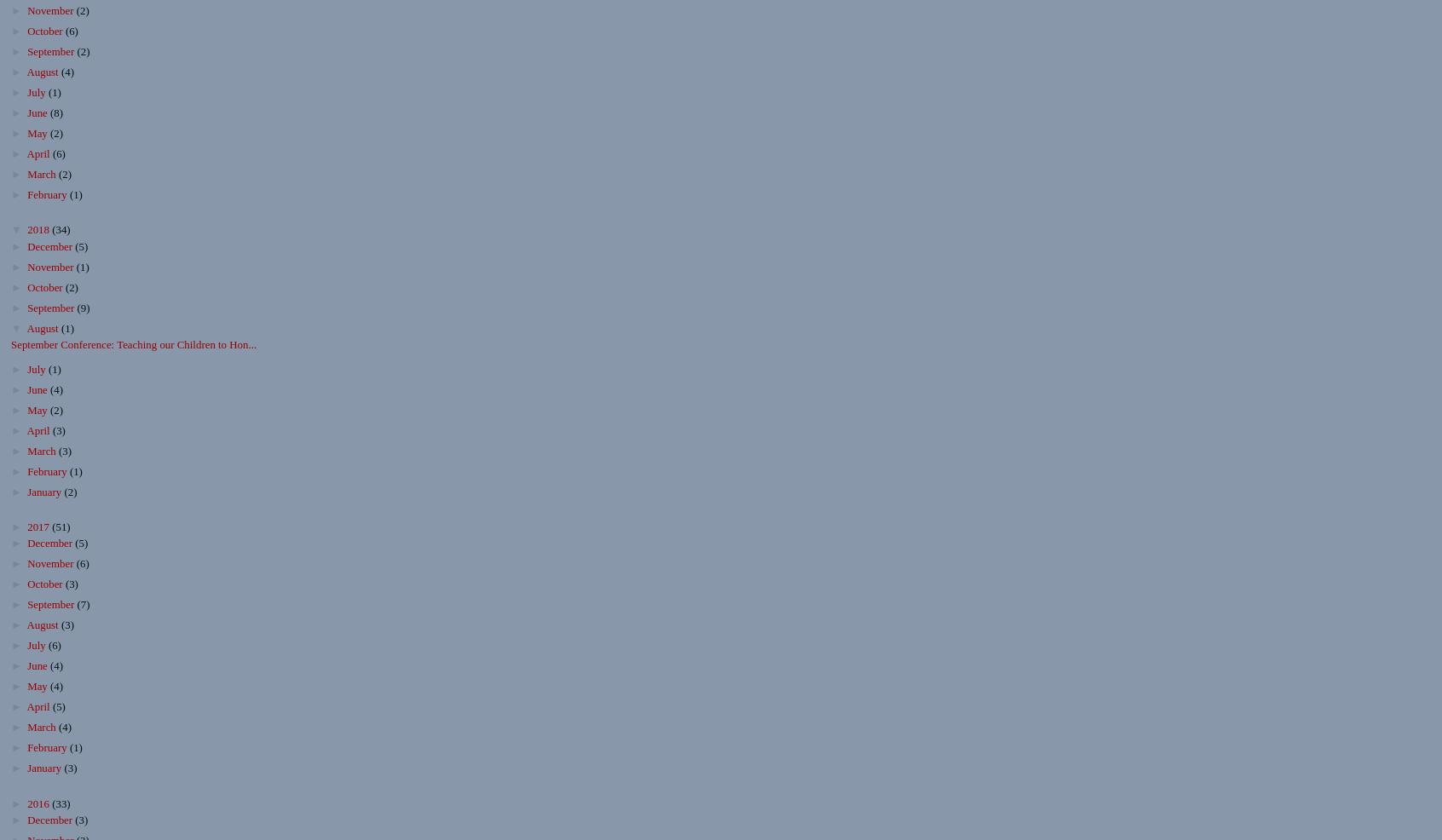 The height and width of the screenshot is (840, 1442). I want to click on '2017', so click(38, 526).